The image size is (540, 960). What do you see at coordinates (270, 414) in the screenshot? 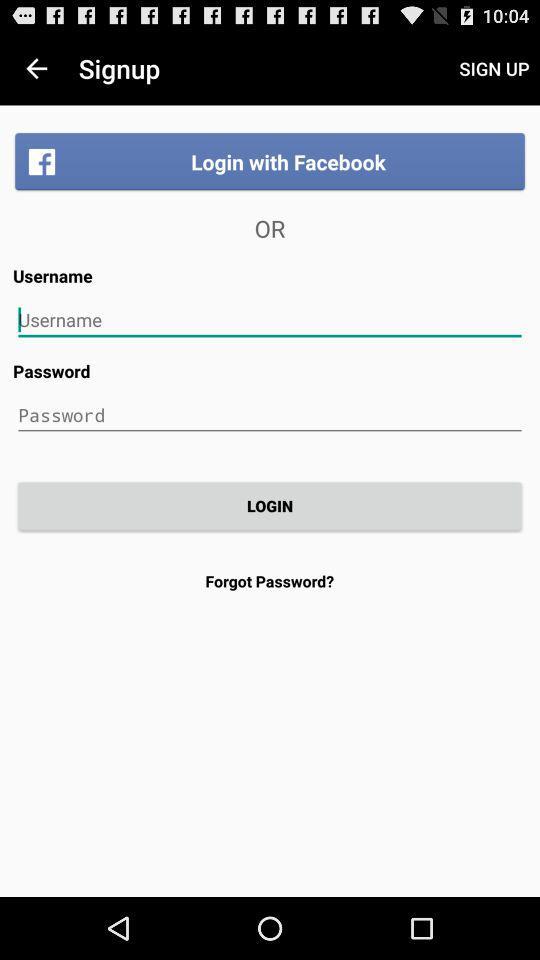
I see `password` at bounding box center [270, 414].